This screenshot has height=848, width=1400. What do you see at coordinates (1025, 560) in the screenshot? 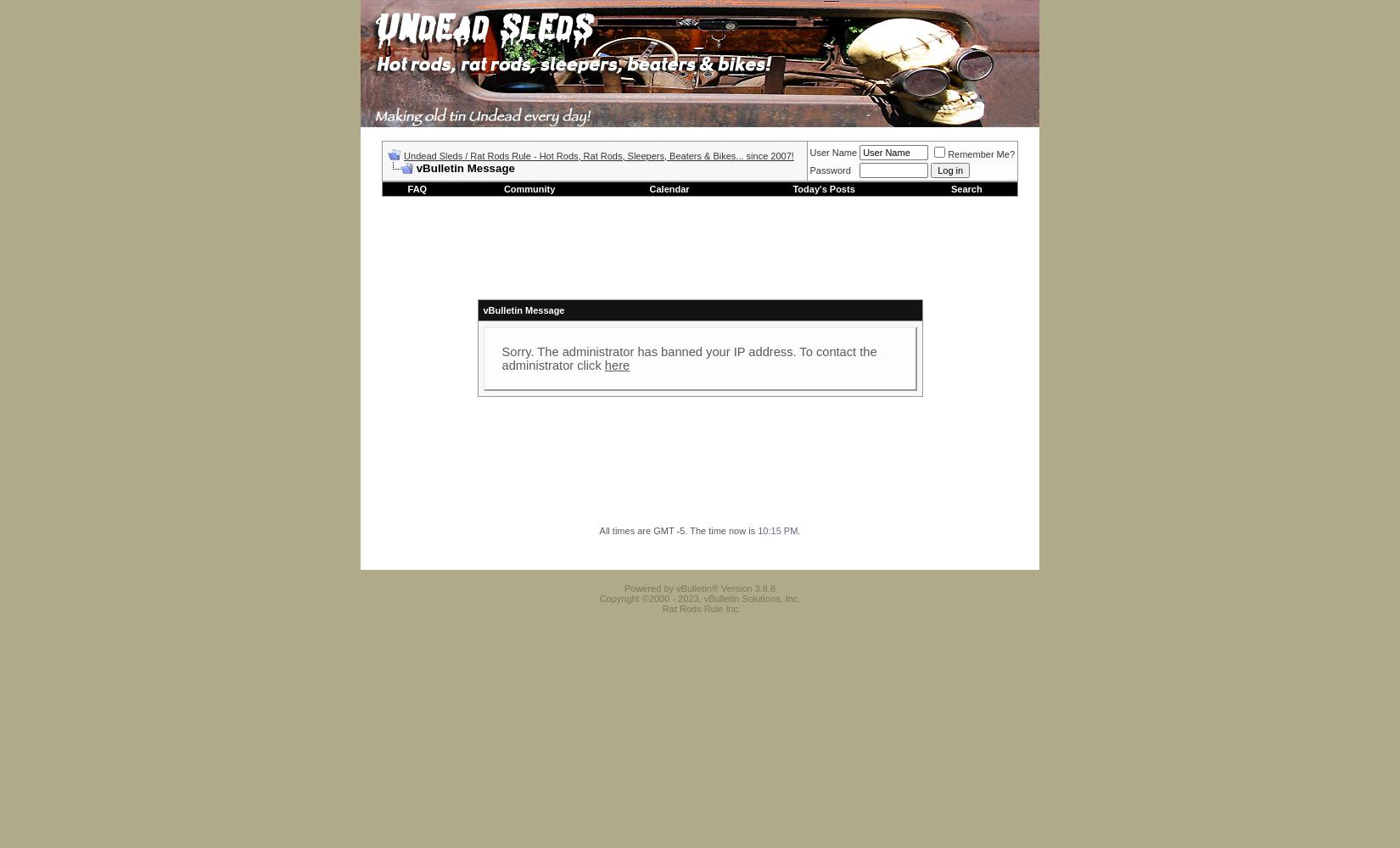
I see `'Top'` at bounding box center [1025, 560].